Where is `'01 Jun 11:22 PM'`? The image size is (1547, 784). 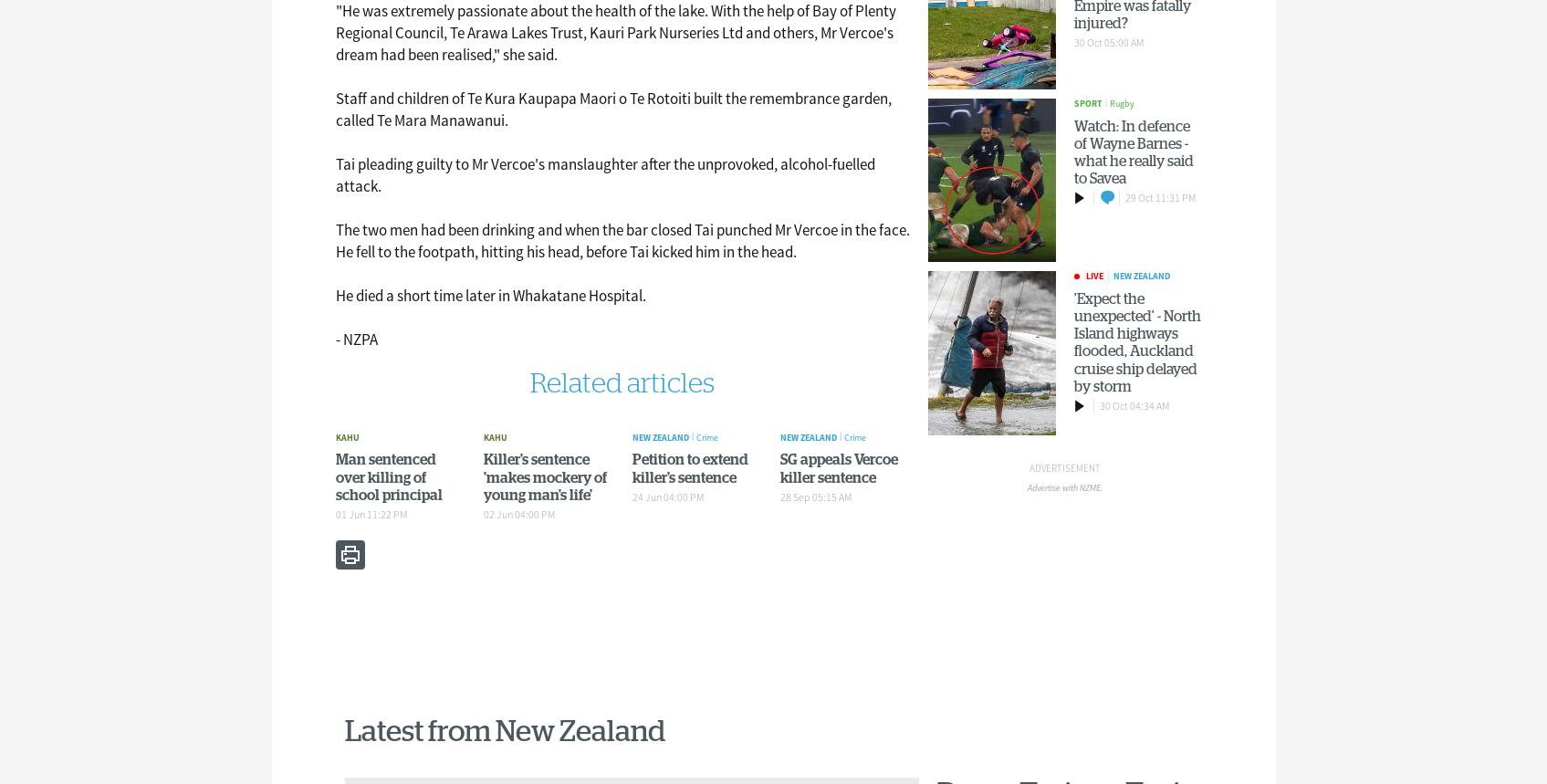 '01 Jun 11:22 PM' is located at coordinates (370, 512).